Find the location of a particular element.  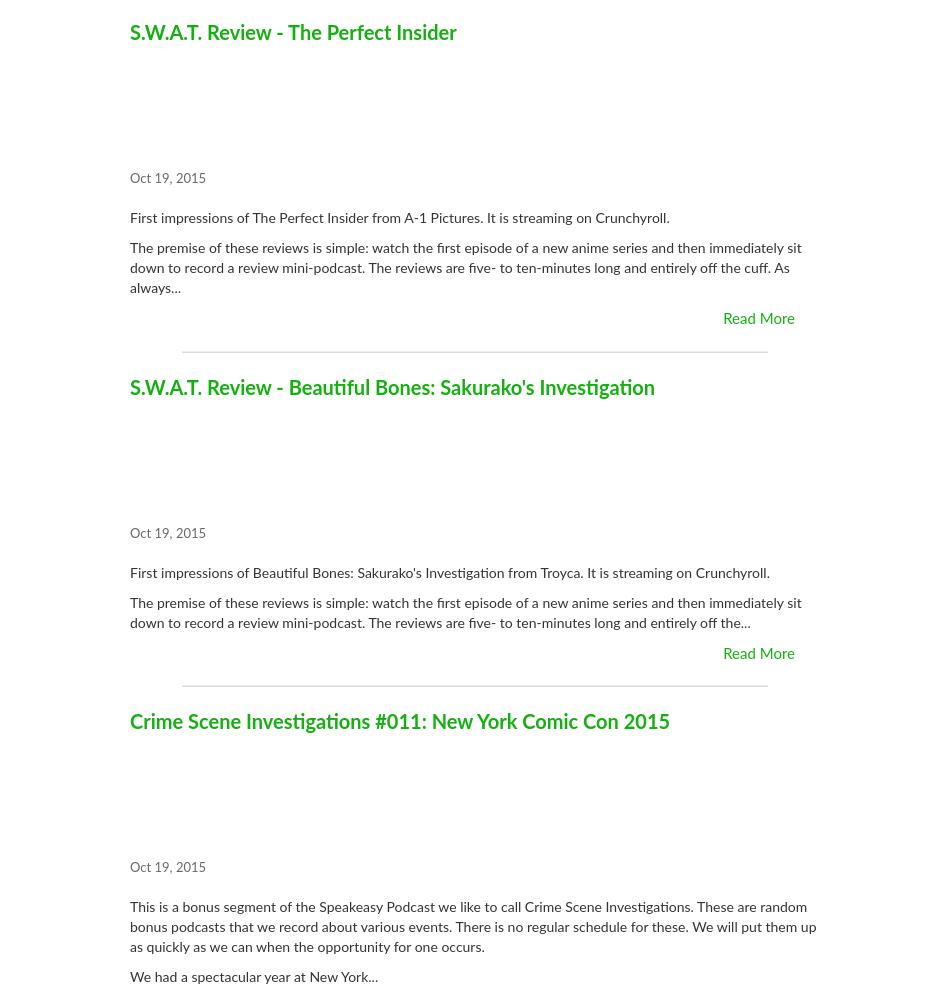

'We had a spectacular year at New York...' is located at coordinates (129, 978).